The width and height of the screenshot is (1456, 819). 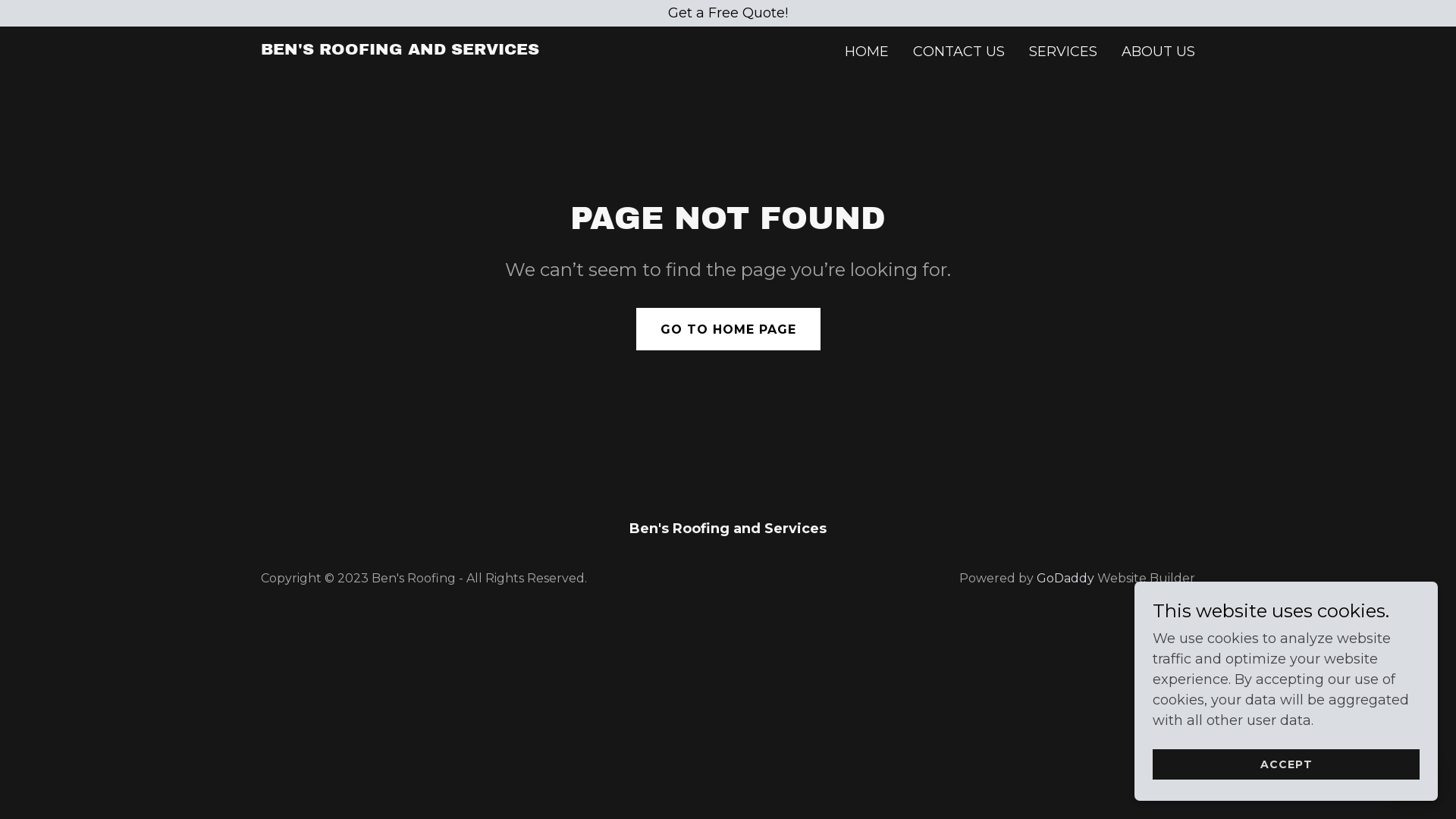 I want to click on 'GO TO HOME PAGE', so click(x=726, y=328).